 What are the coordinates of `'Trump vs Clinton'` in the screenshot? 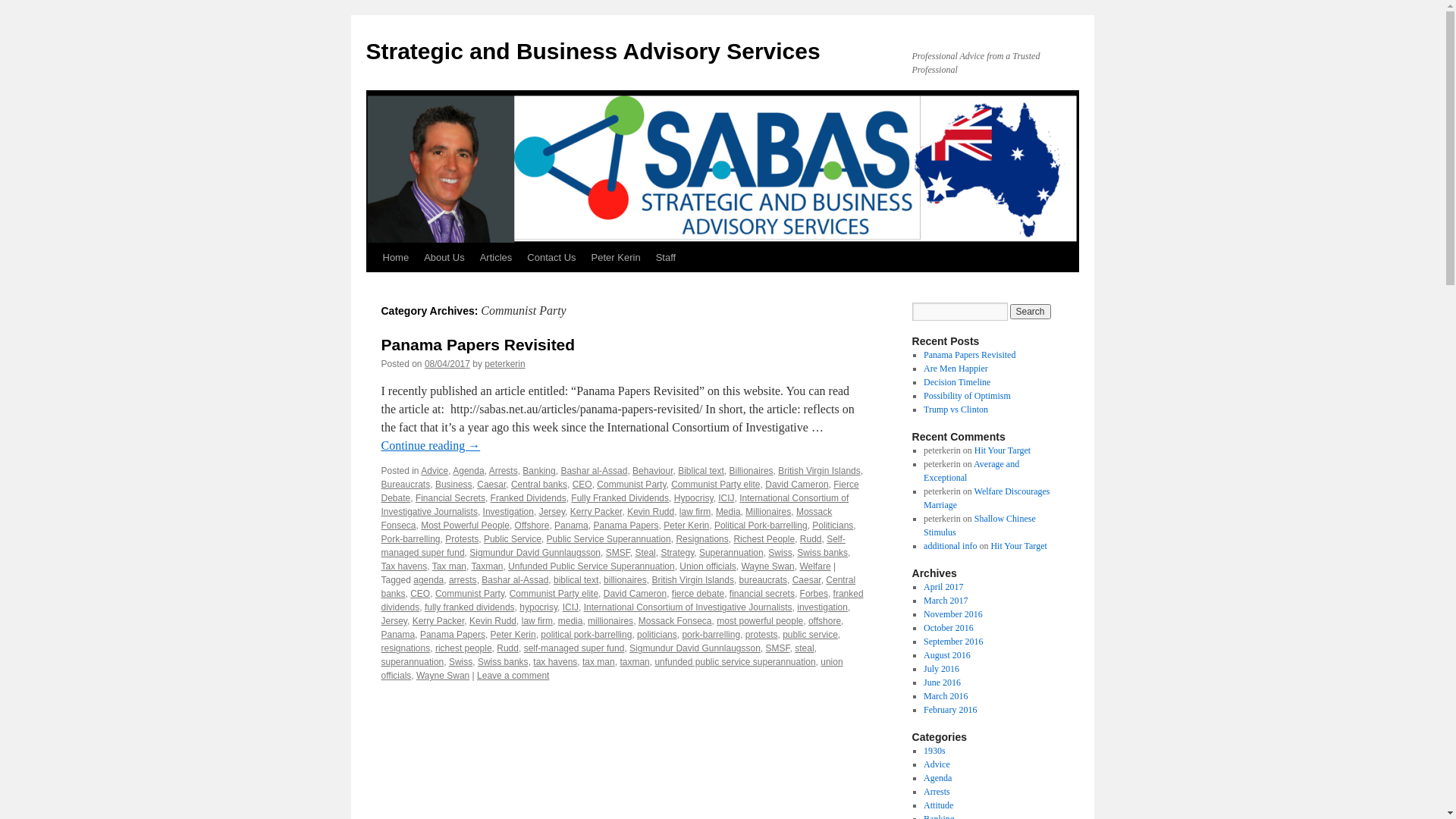 It's located at (923, 409).